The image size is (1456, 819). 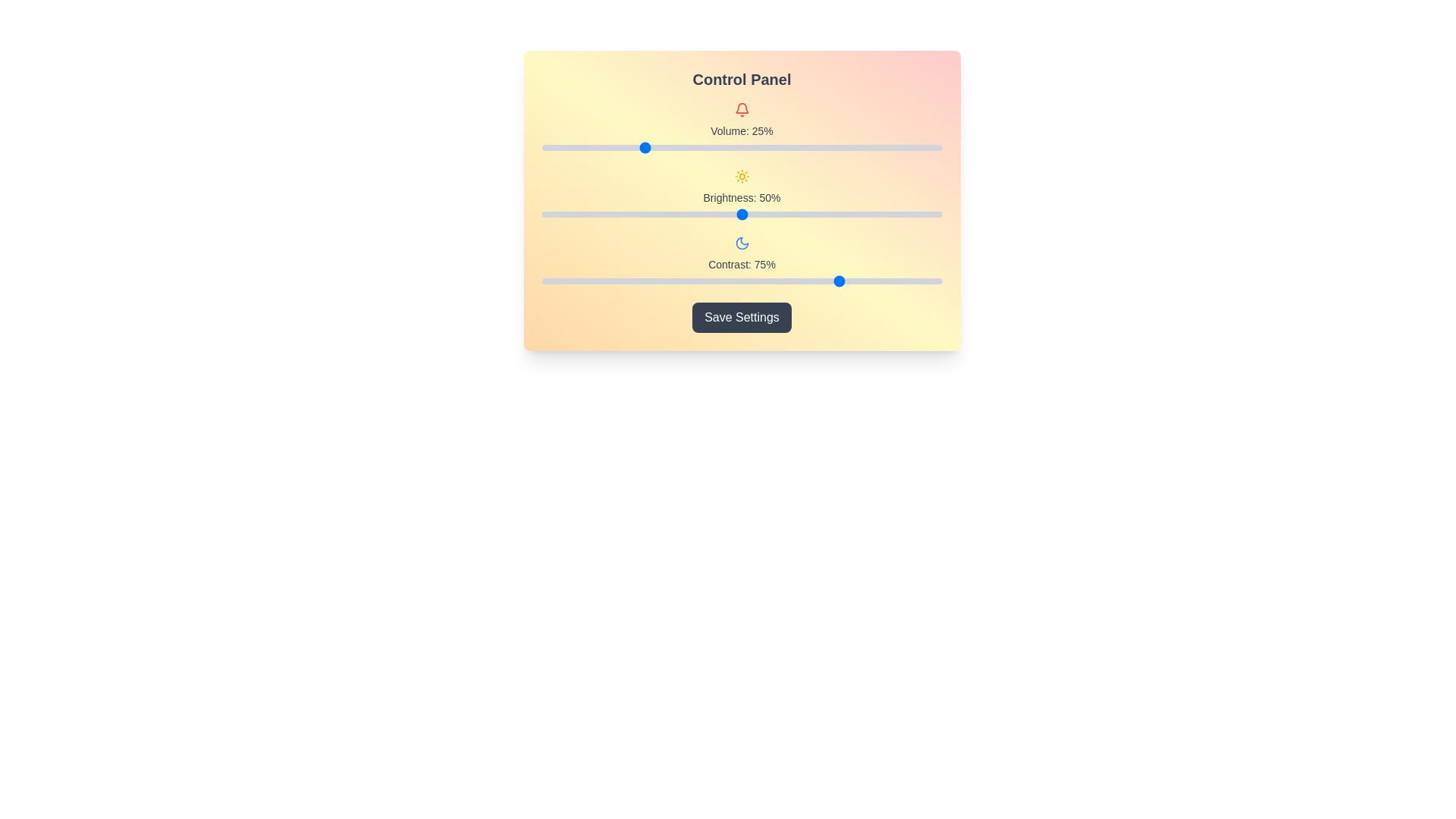 I want to click on contrast level, so click(x=906, y=281).